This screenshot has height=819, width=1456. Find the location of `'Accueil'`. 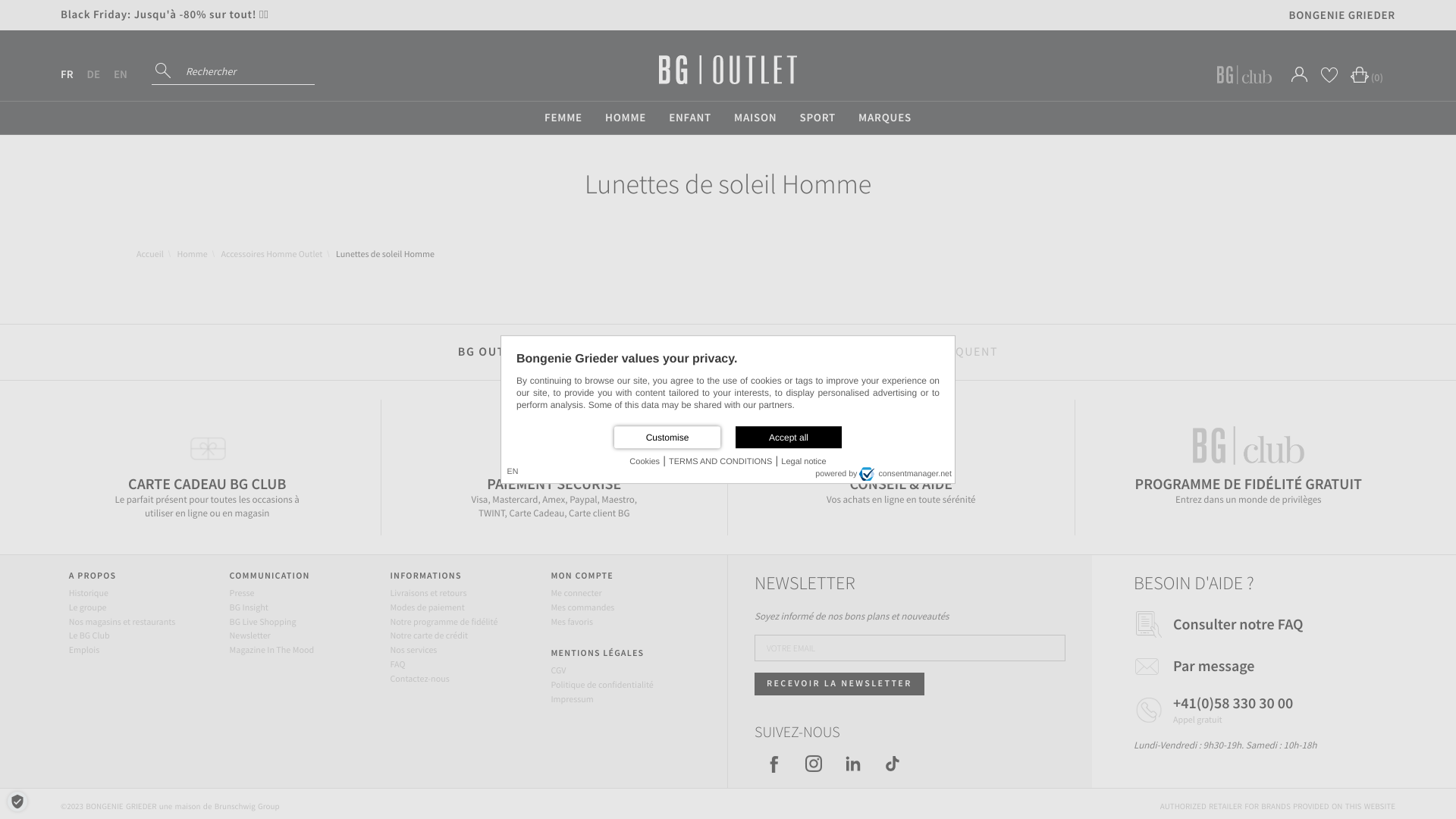

'Accueil' is located at coordinates (136, 253).